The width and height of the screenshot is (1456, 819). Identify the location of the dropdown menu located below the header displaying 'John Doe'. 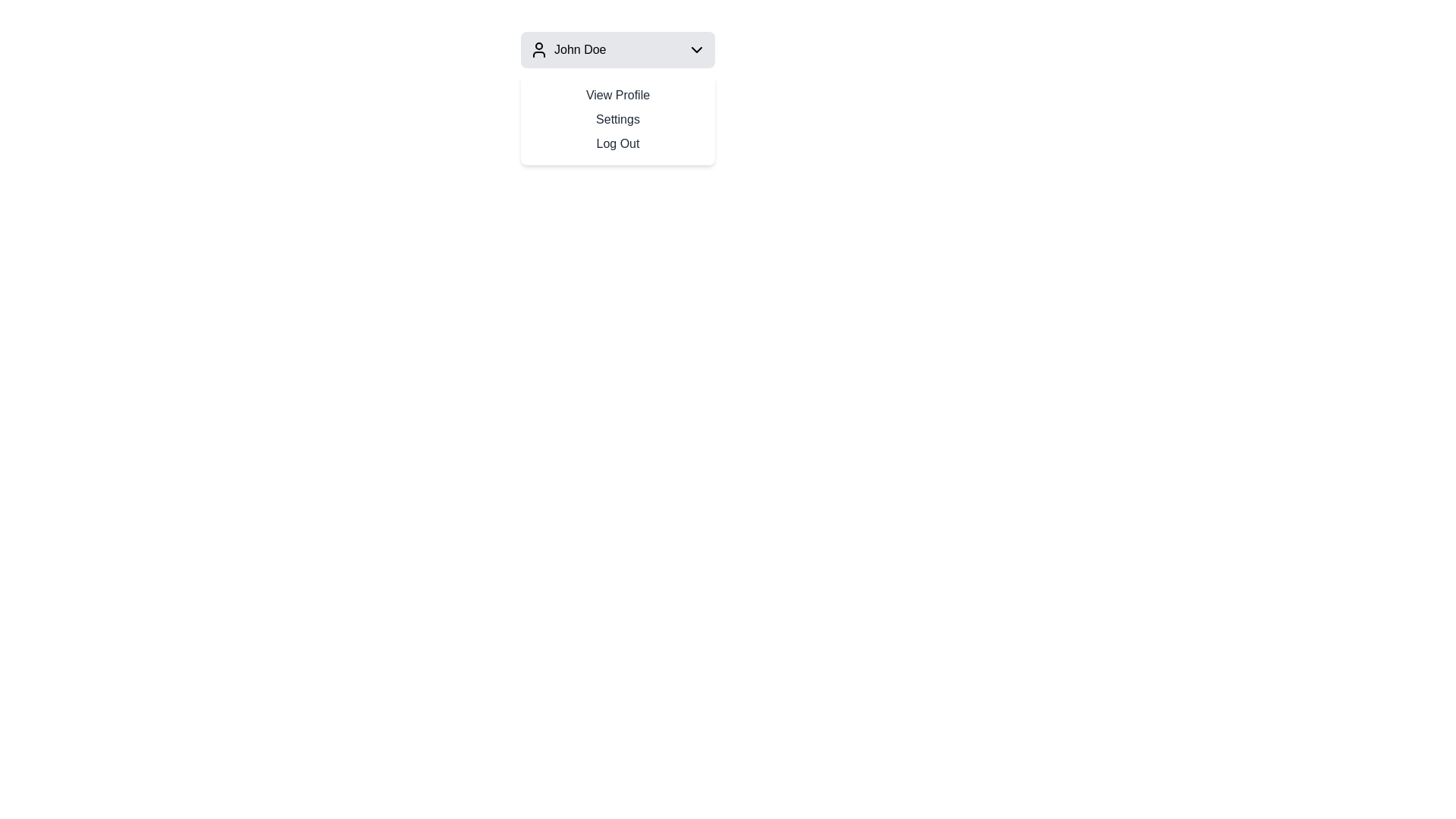
(618, 119).